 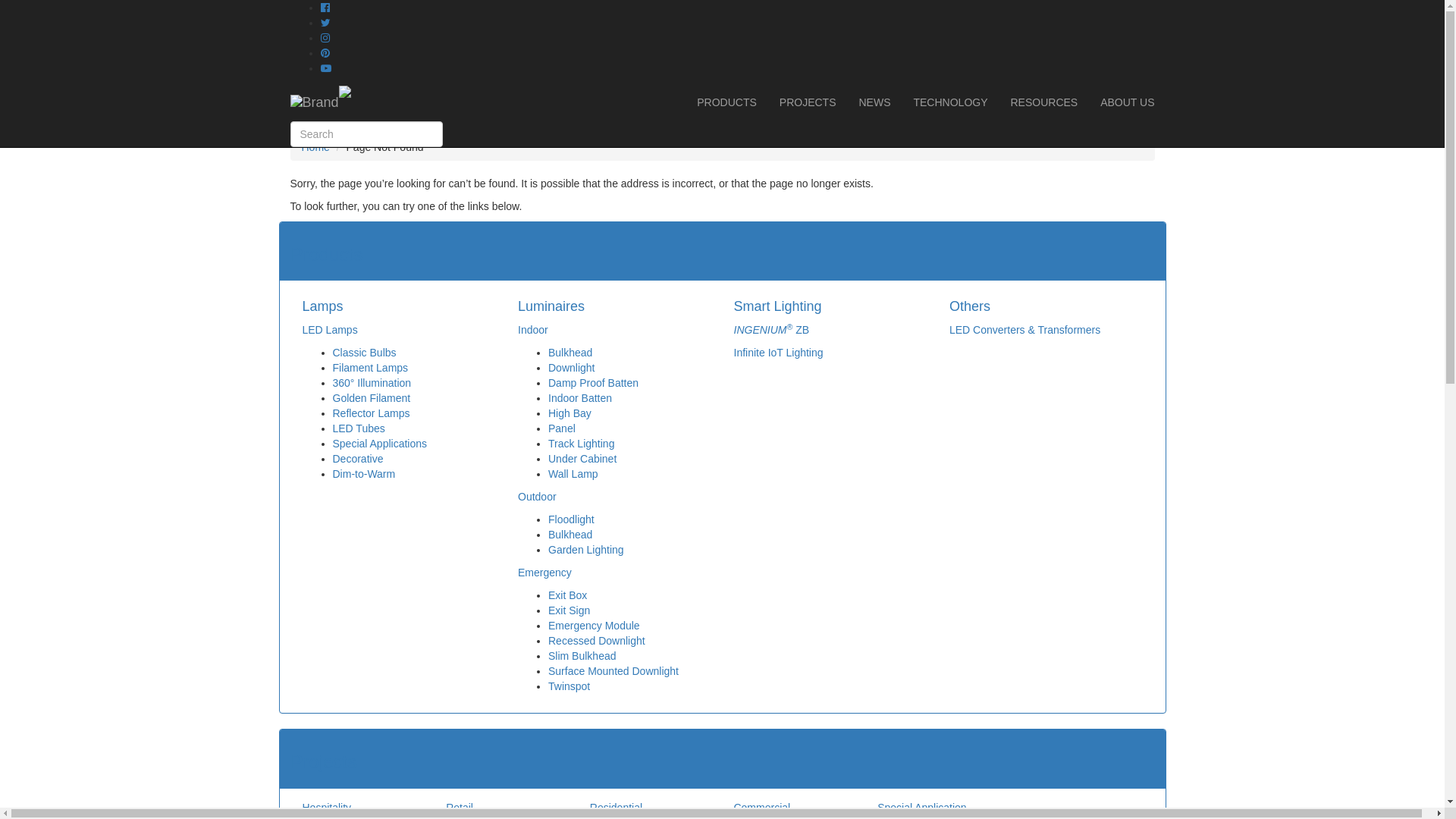 What do you see at coordinates (566, 595) in the screenshot?
I see `'Exit Box'` at bounding box center [566, 595].